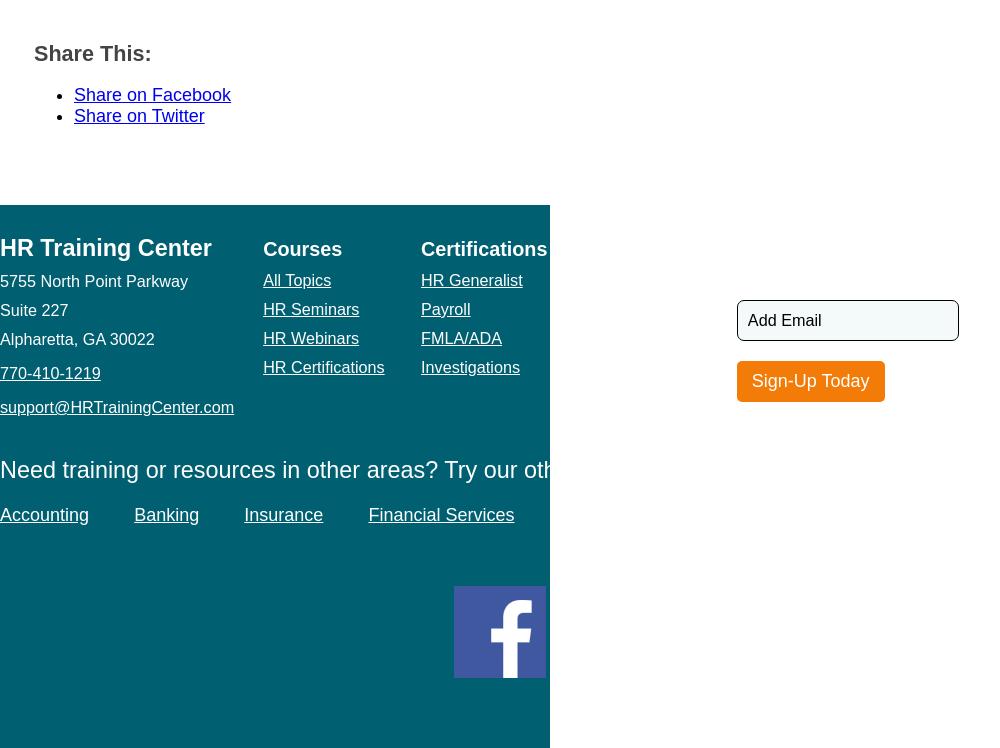 The height and width of the screenshot is (748, 1000). I want to click on 'Info', so click(595, 248).